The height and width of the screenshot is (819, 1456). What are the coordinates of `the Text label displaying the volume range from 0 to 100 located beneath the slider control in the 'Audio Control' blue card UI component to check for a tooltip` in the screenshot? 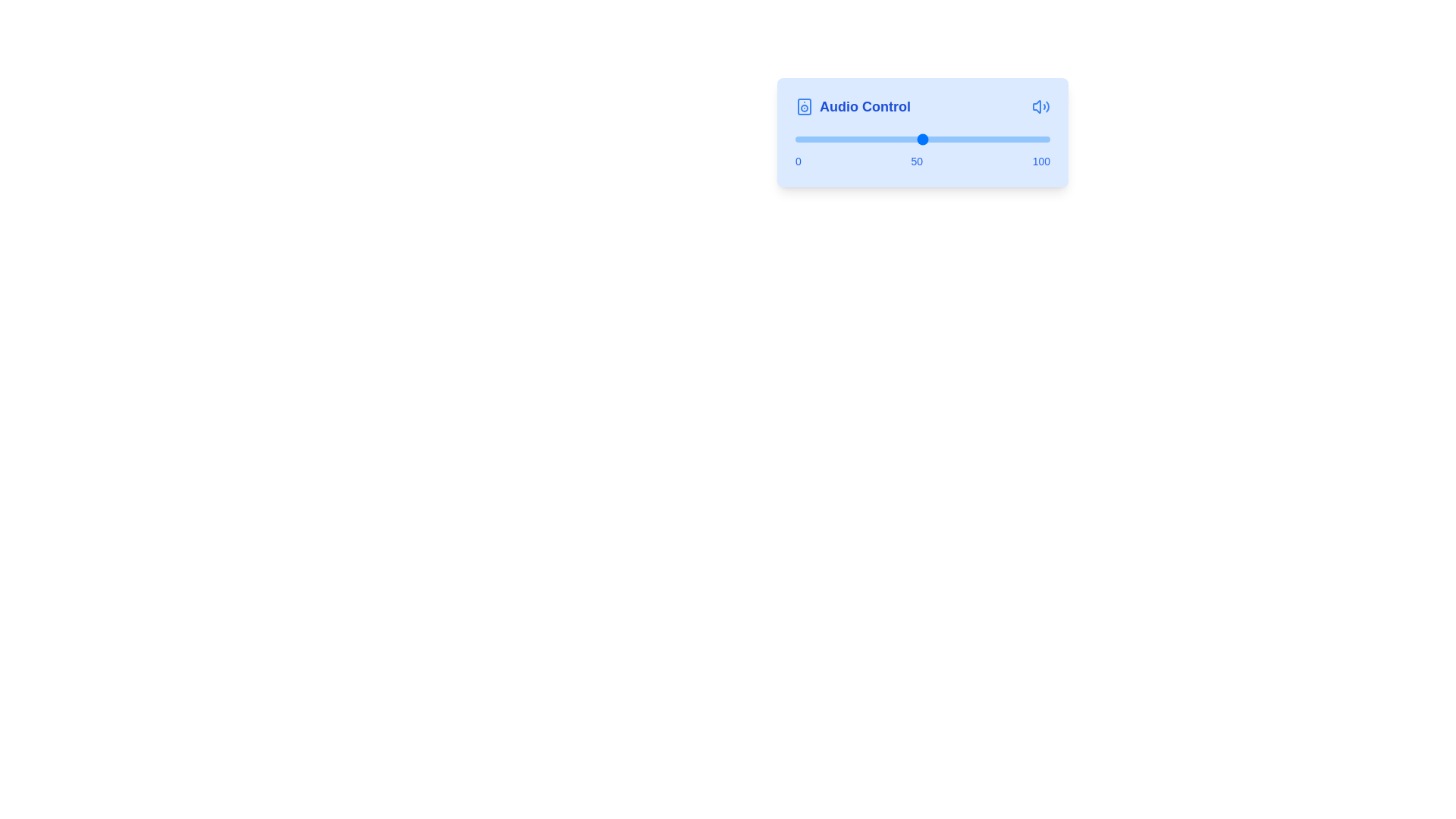 It's located at (922, 161).